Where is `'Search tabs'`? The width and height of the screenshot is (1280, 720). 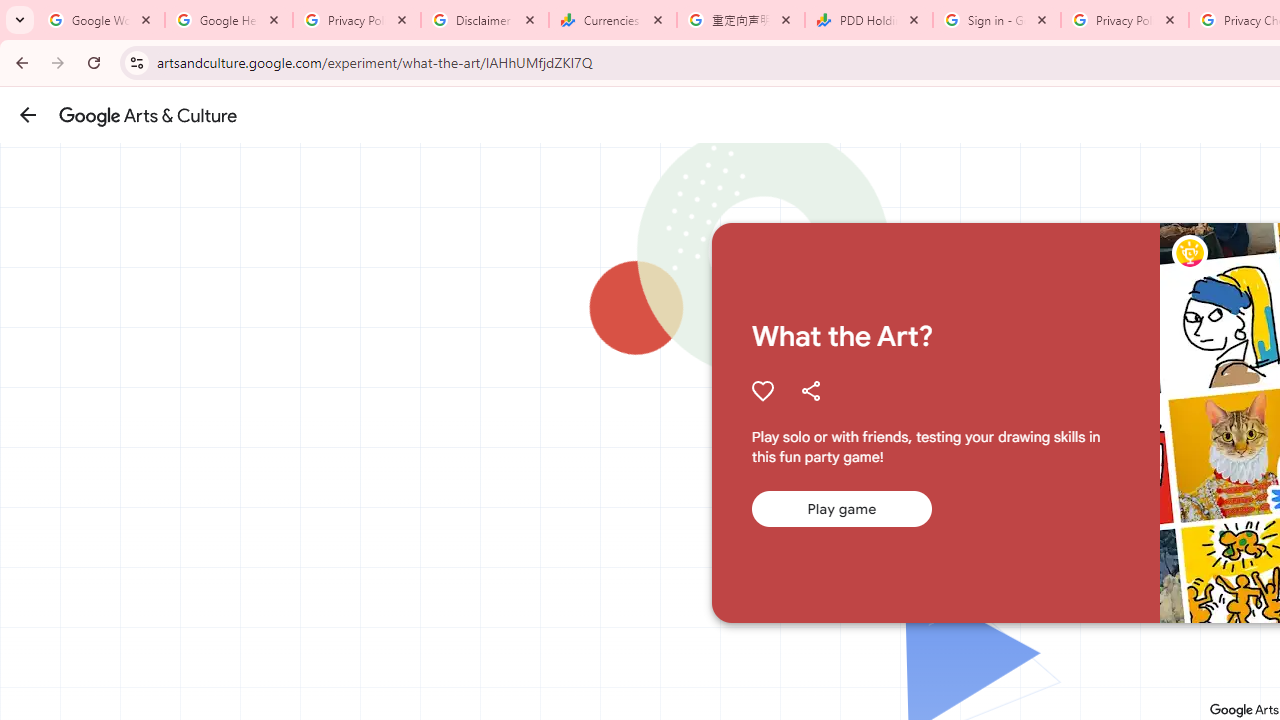 'Search tabs' is located at coordinates (20, 20).